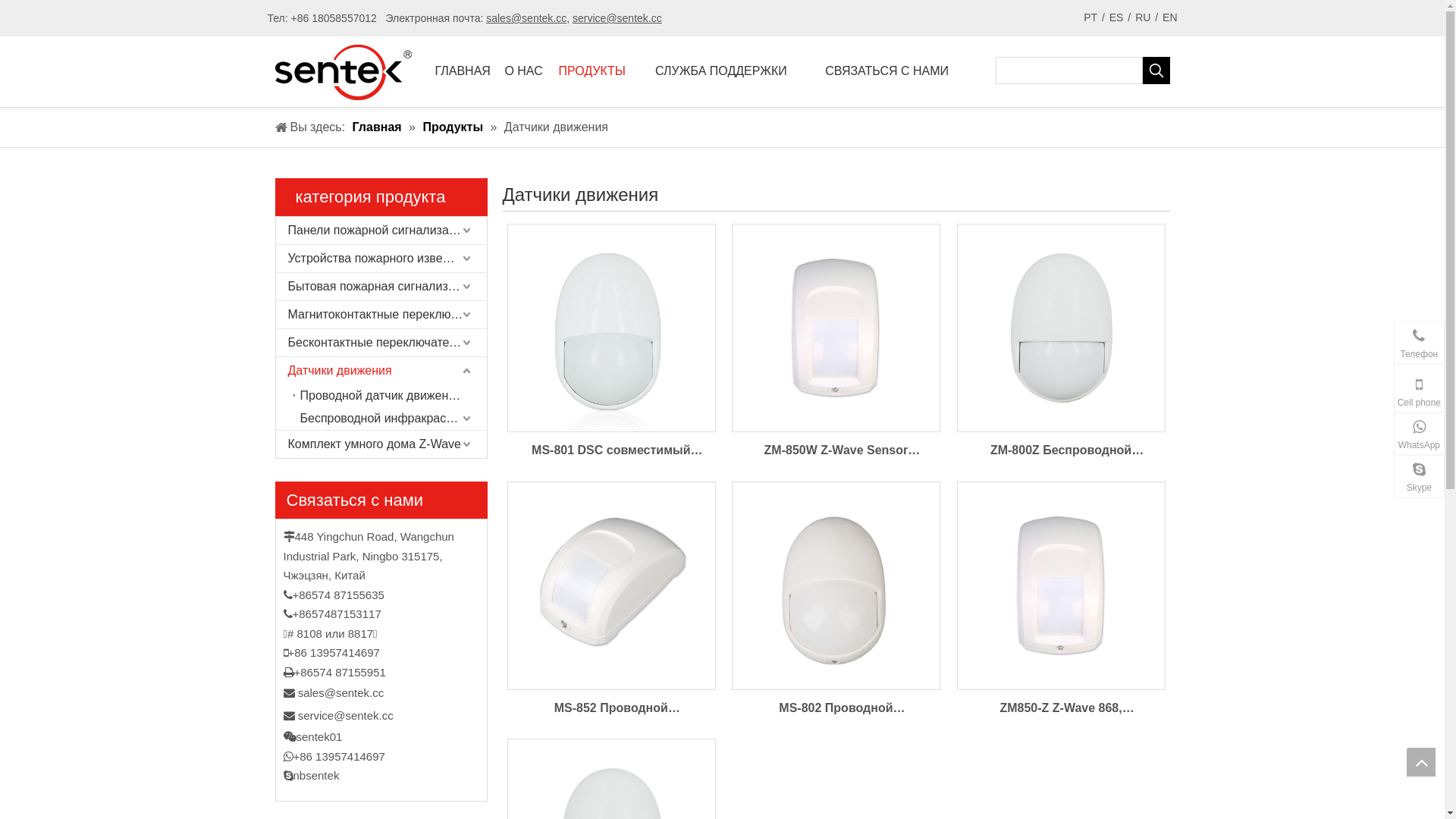 The image size is (1456, 819). Describe the element at coordinates (1090, 17) in the screenshot. I see `'PT'` at that location.